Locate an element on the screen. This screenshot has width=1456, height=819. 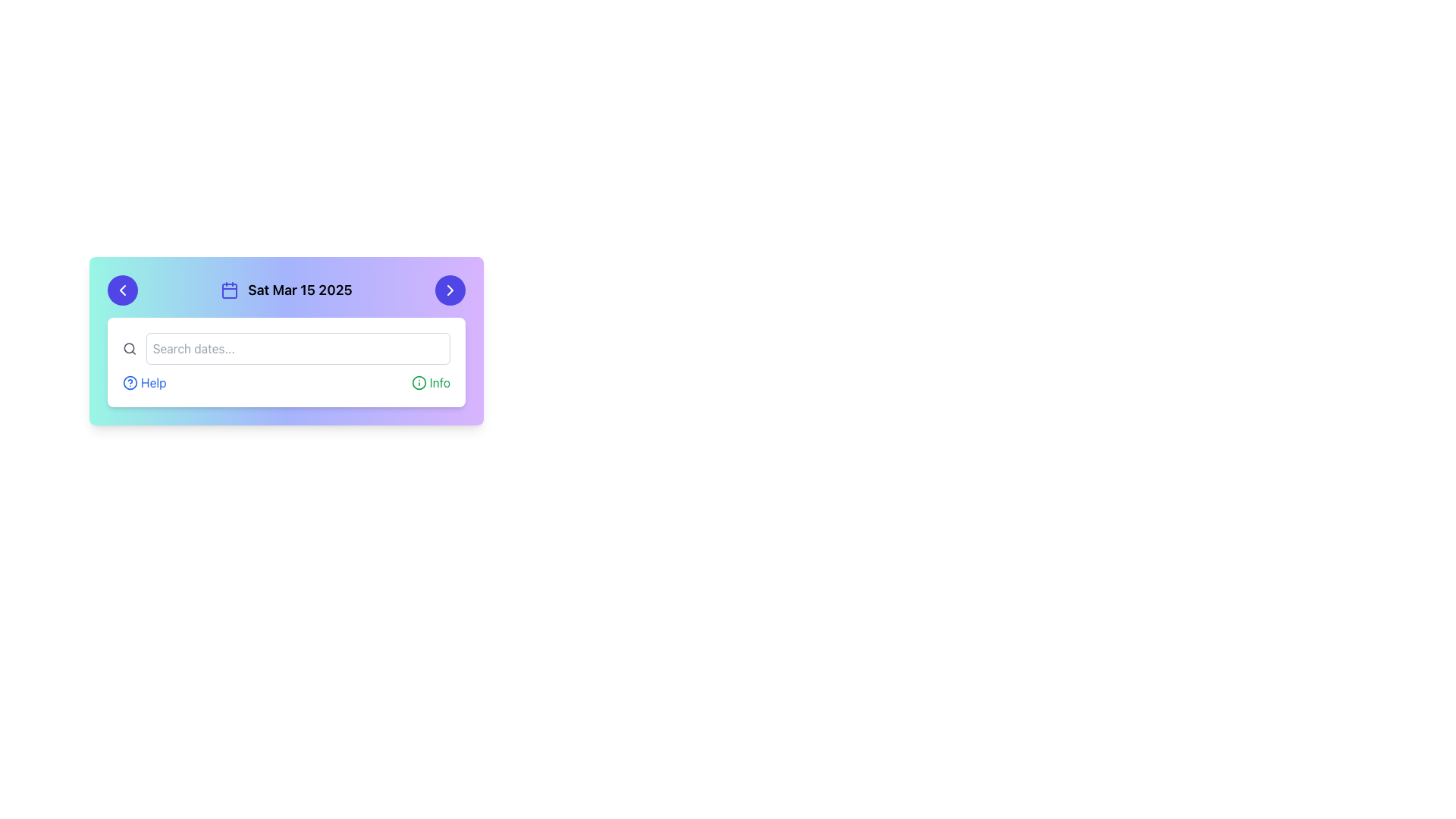
the right-pointing arrow icon located in the top-right circular button of the card interface is located at coordinates (450, 290).